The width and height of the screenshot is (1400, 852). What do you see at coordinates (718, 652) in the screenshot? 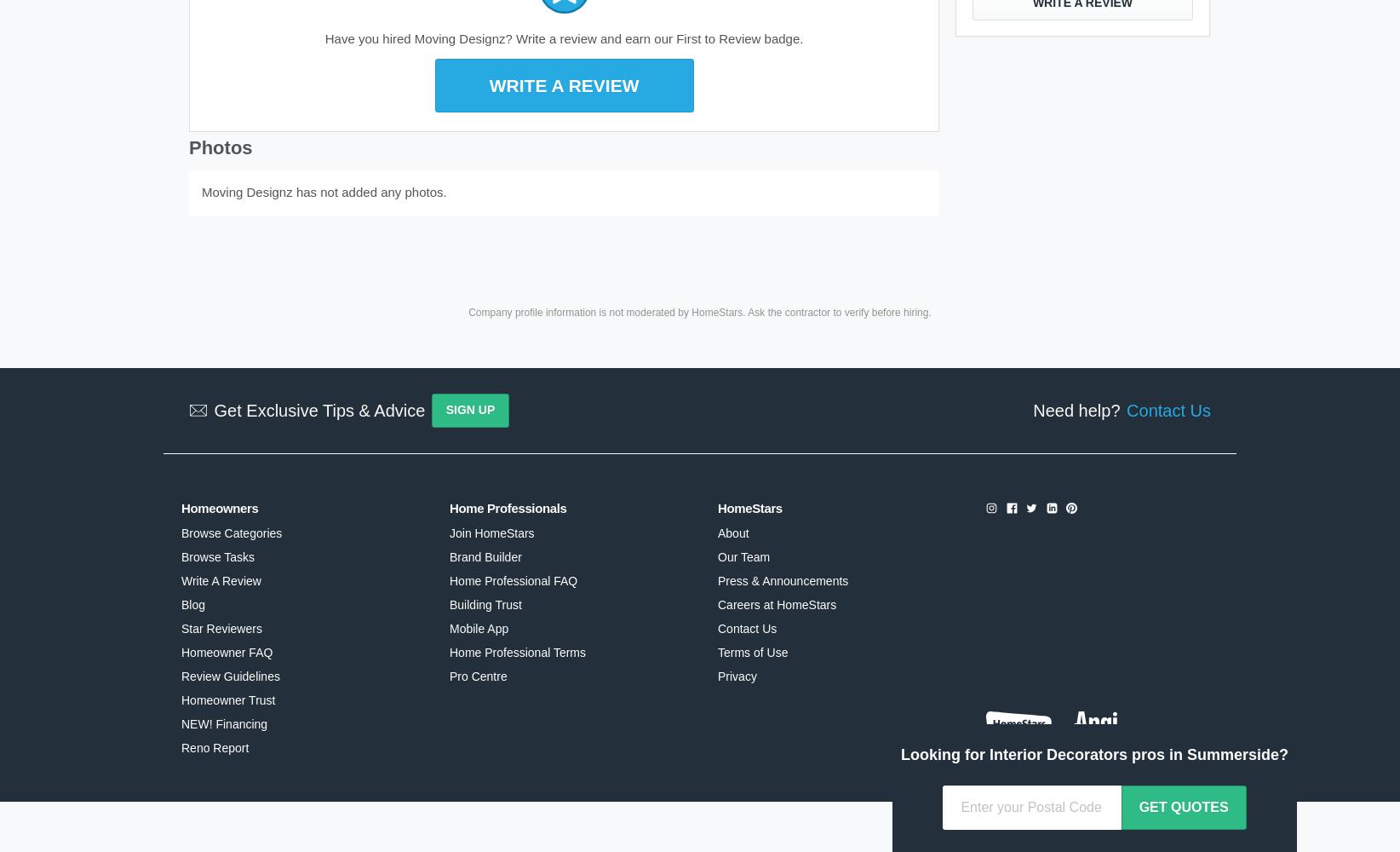
I see `'Terms of Use'` at bounding box center [718, 652].